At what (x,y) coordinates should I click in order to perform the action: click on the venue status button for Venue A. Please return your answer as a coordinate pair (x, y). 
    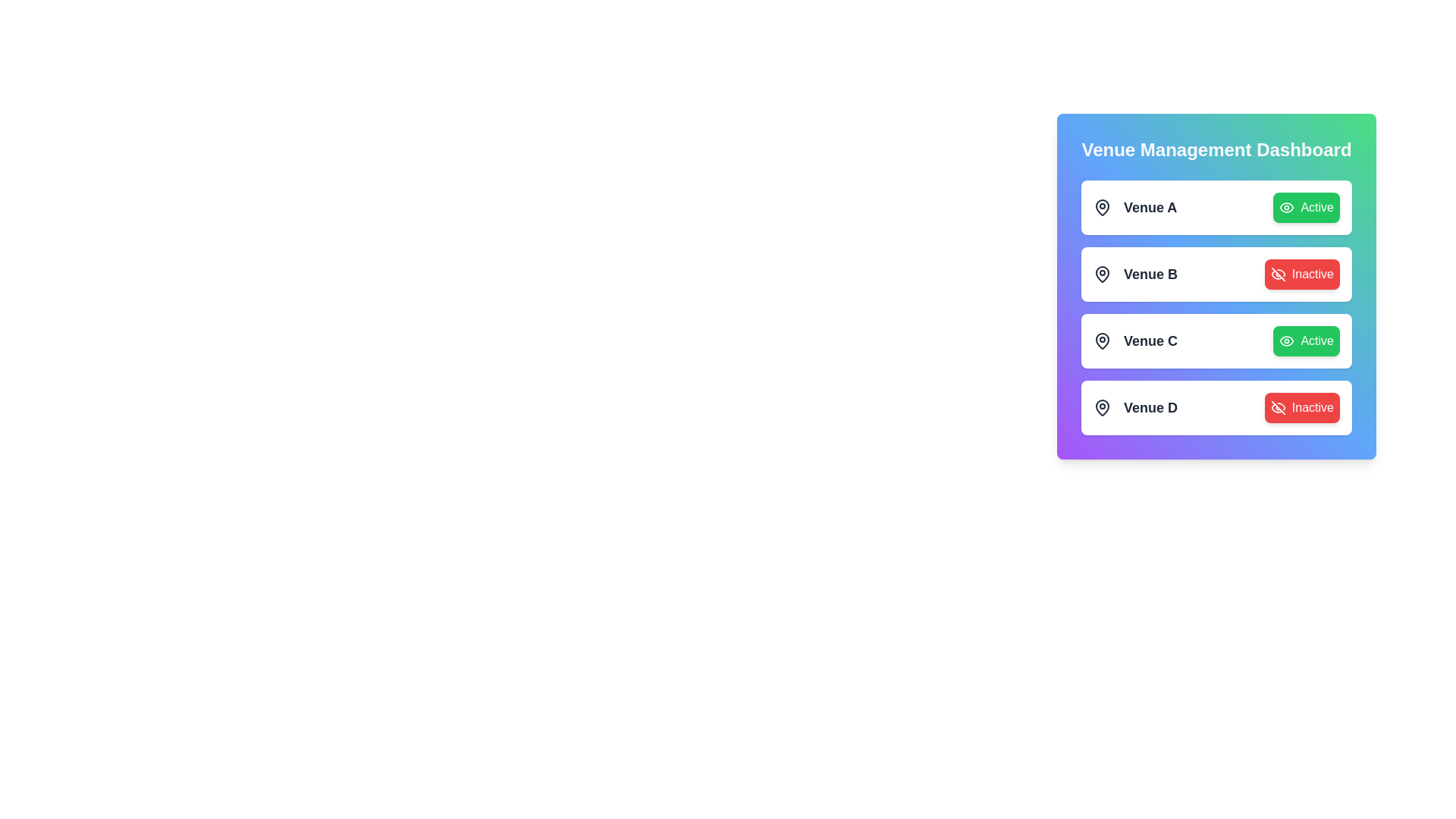
    Looking at the image, I should click on (1306, 207).